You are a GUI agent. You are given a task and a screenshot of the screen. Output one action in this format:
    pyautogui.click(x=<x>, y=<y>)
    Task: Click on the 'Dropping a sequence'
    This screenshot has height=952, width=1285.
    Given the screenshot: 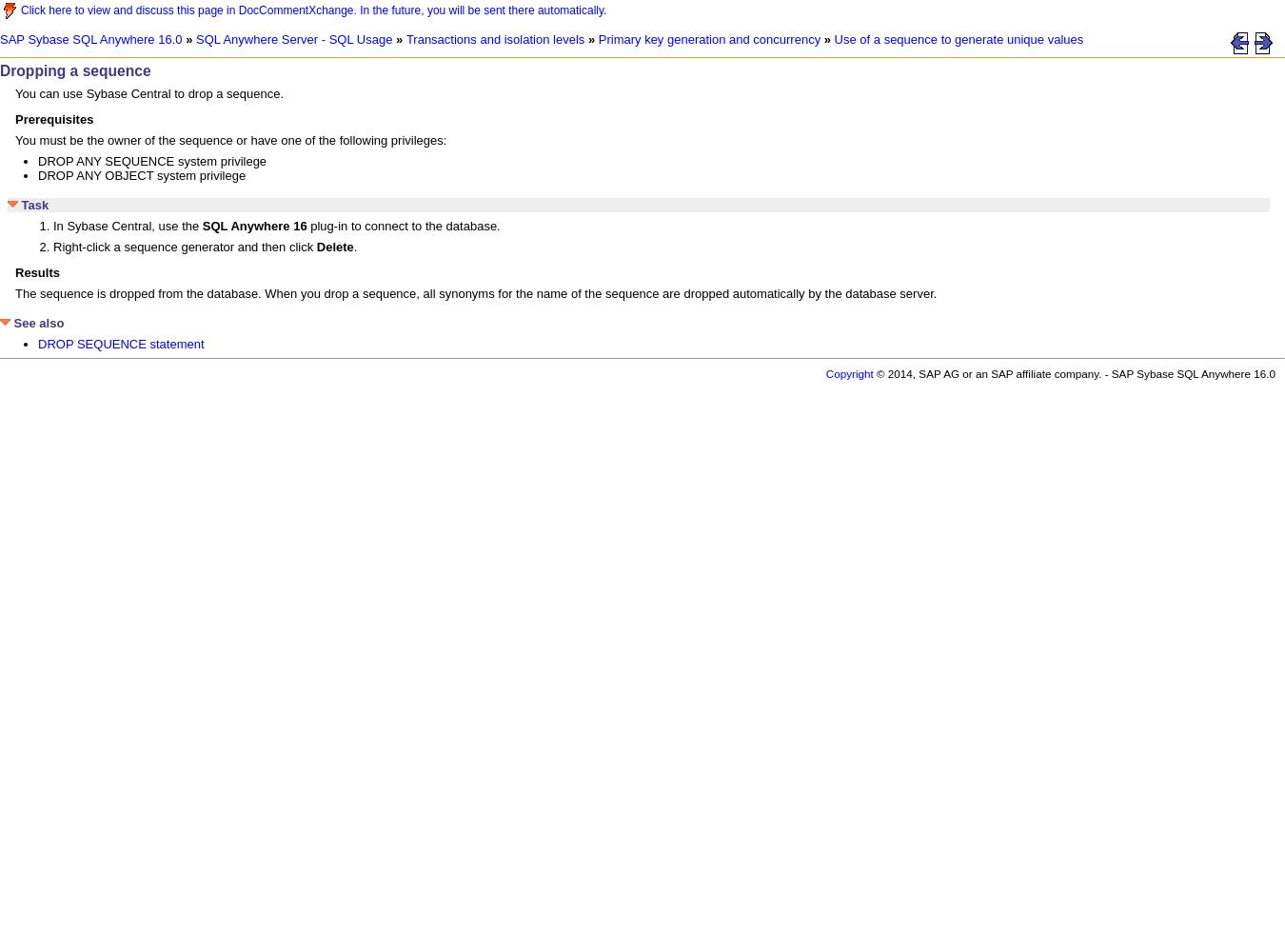 What is the action you would take?
    pyautogui.click(x=73, y=69)
    